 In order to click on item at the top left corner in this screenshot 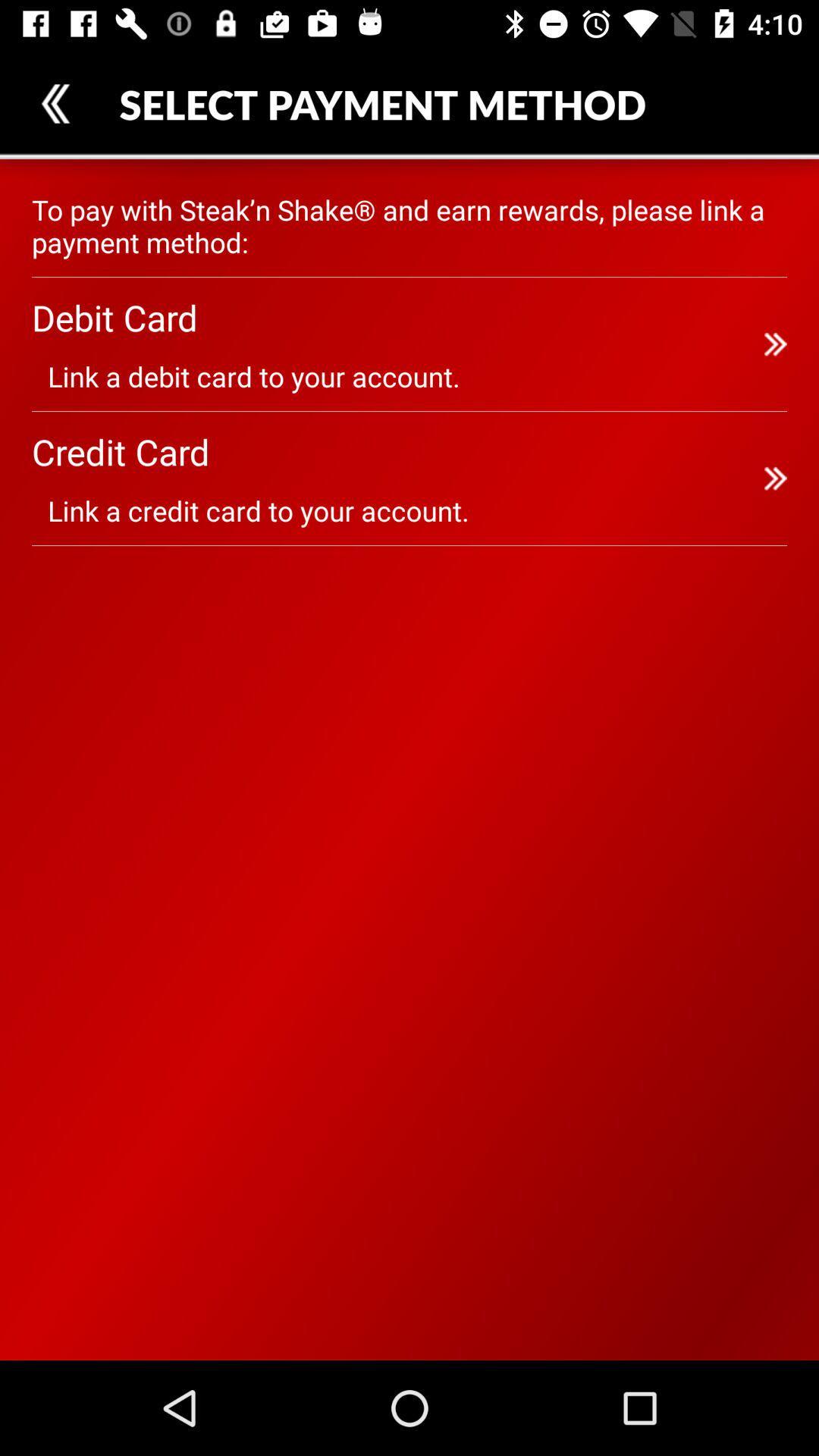, I will do `click(55, 102)`.